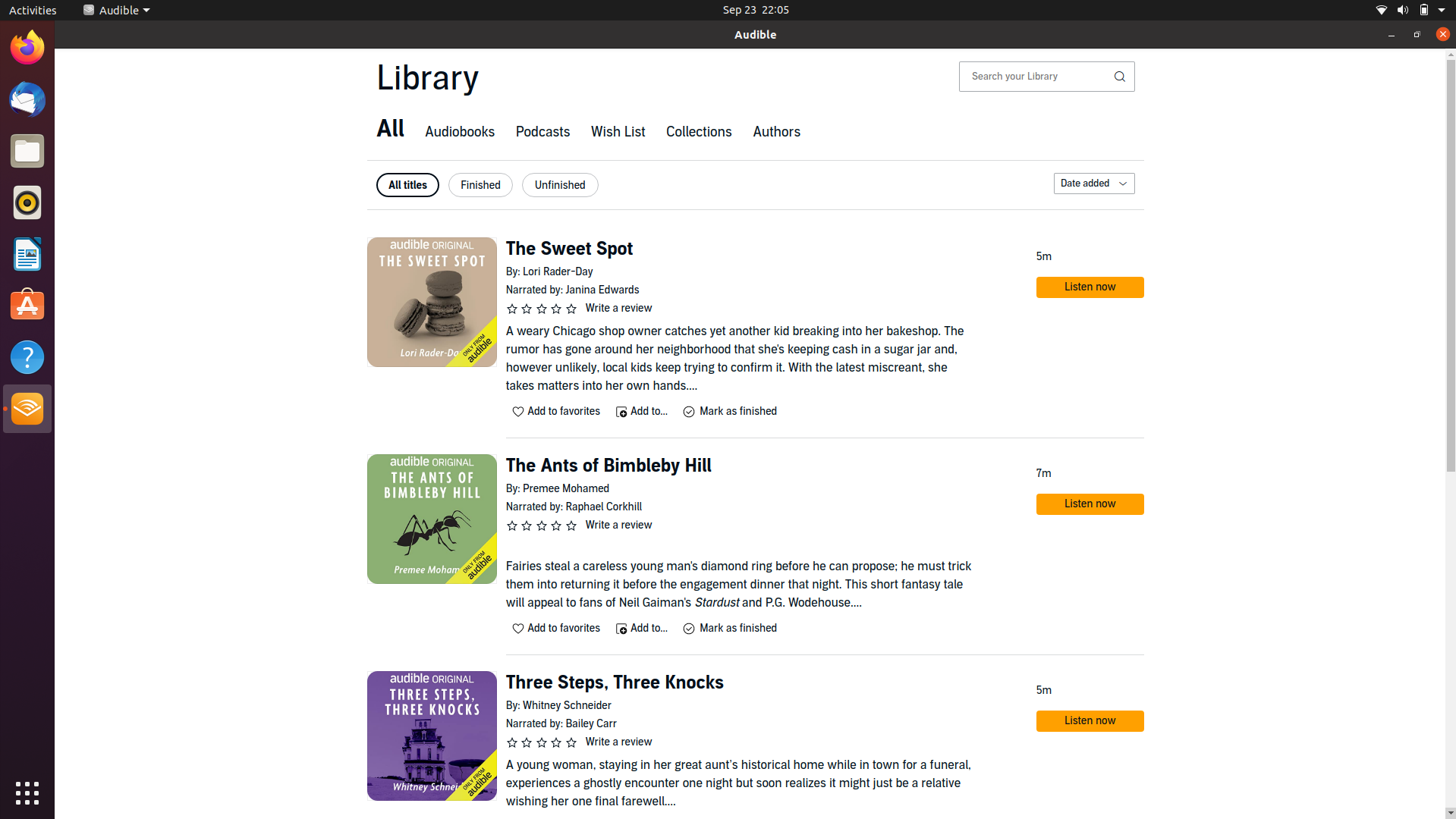  Describe the element at coordinates (775, 133) in the screenshot. I see `authors page` at that location.